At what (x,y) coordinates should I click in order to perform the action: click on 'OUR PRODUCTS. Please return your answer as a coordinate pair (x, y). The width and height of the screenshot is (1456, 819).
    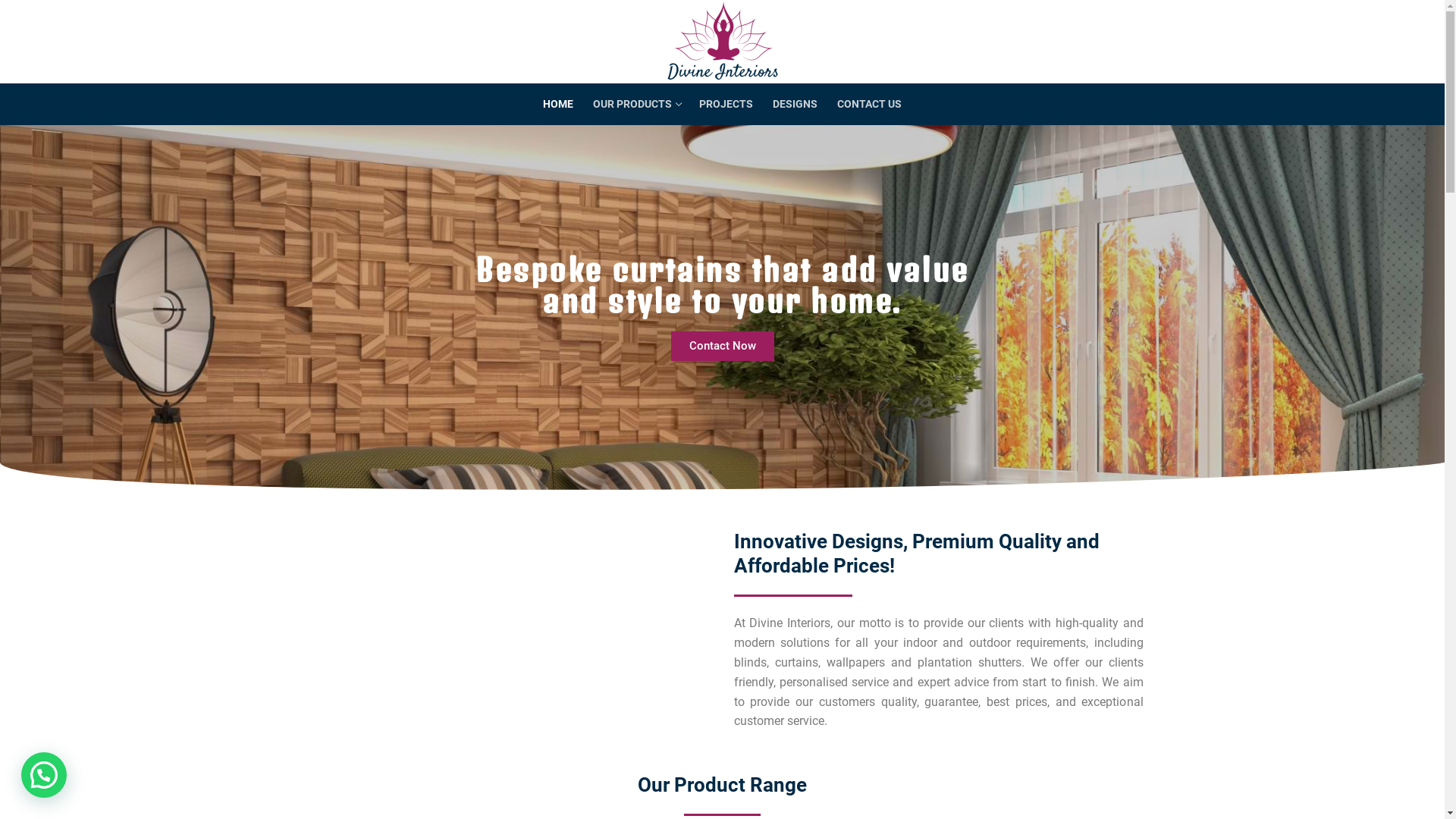
    Looking at the image, I should click on (636, 104).